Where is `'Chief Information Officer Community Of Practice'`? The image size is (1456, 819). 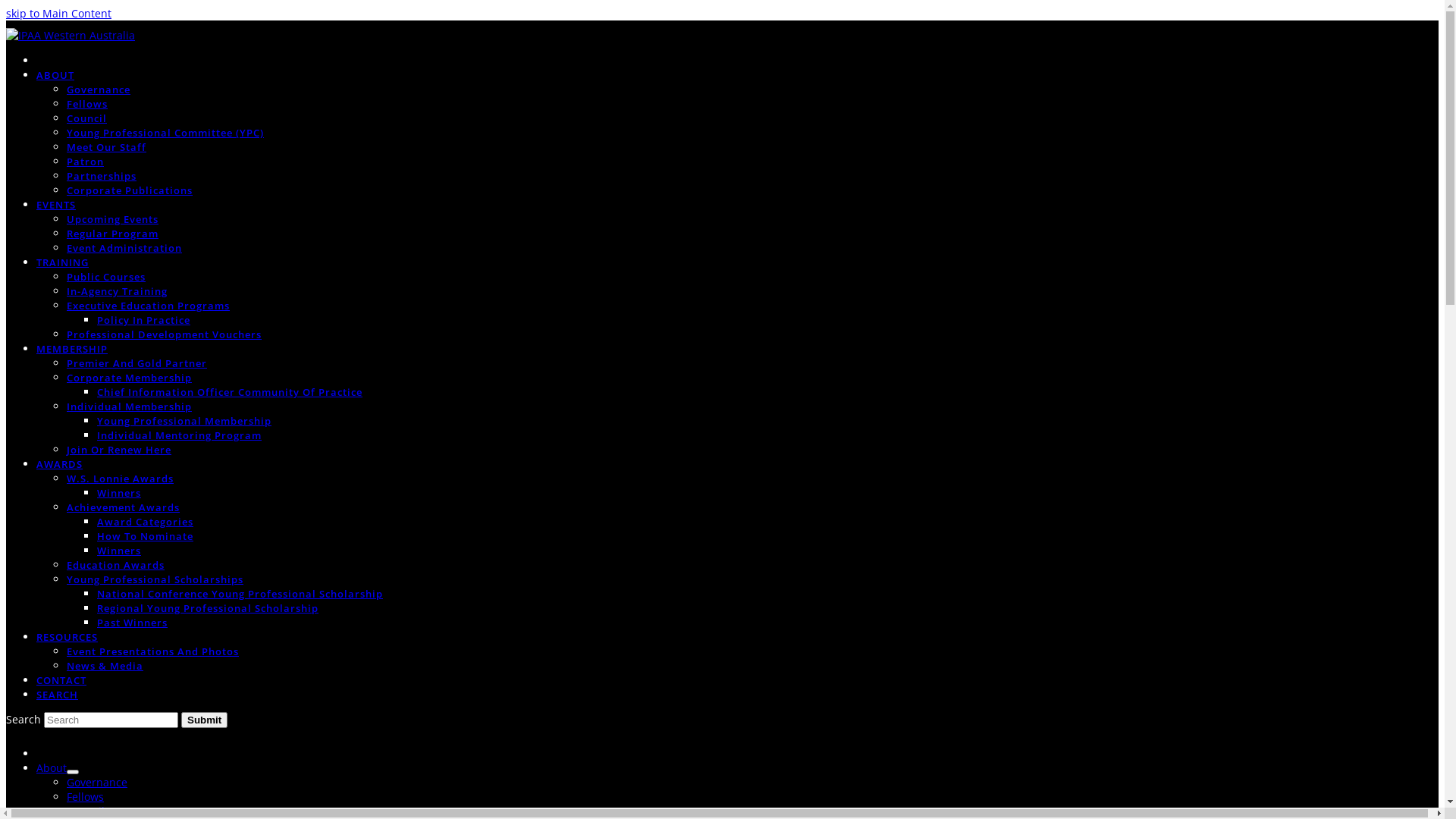
'Chief Information Officer Community Of Practice' is located at coordinates (228, 391).